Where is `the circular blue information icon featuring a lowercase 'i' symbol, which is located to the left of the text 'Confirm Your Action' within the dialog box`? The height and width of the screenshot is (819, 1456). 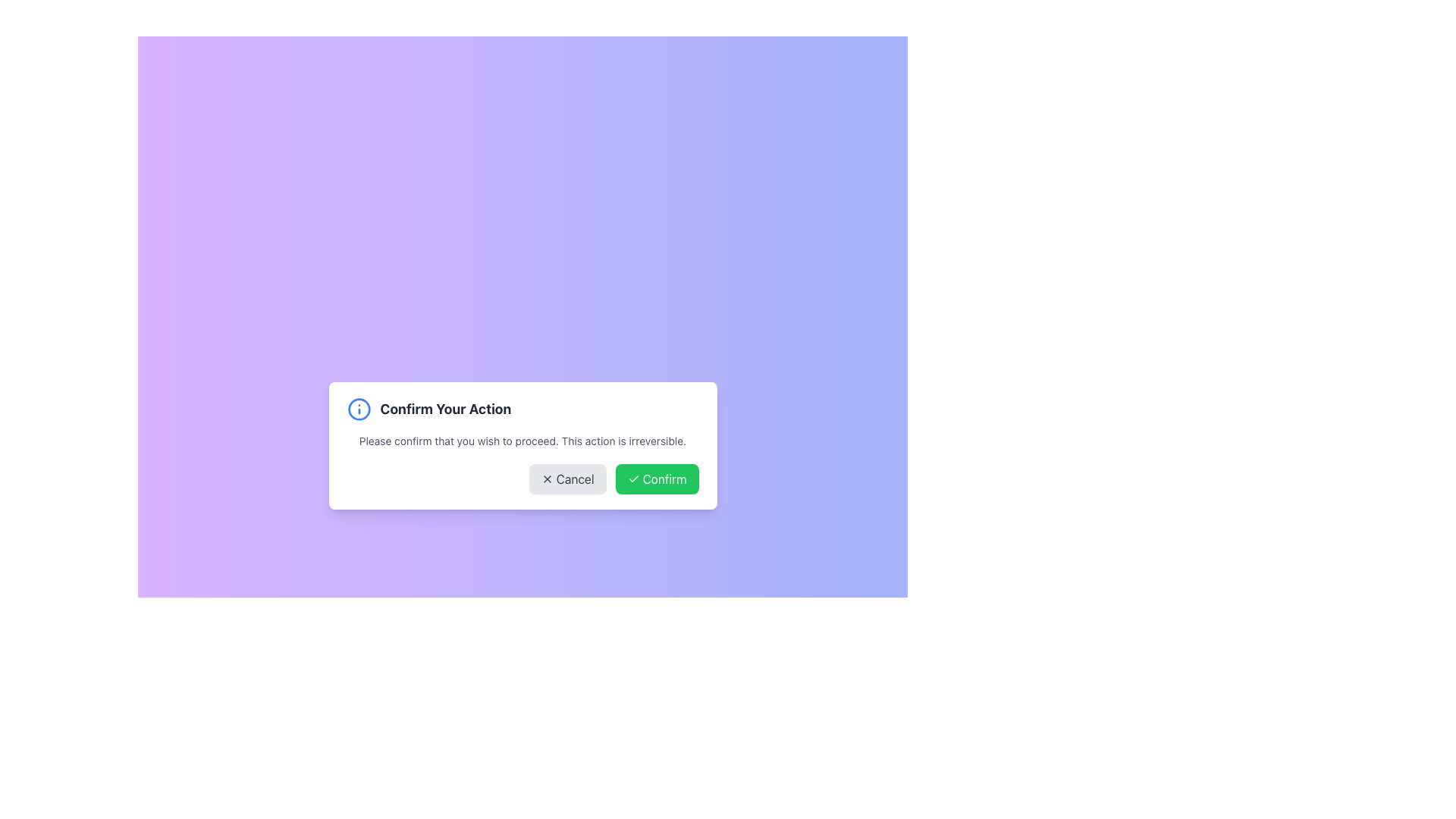 the circular blue information icon featuring a lowercase 'i' symbol, which is located to the left of the text 'Confirm Your Action' within the dialog box is located at coordinates (358, 409).